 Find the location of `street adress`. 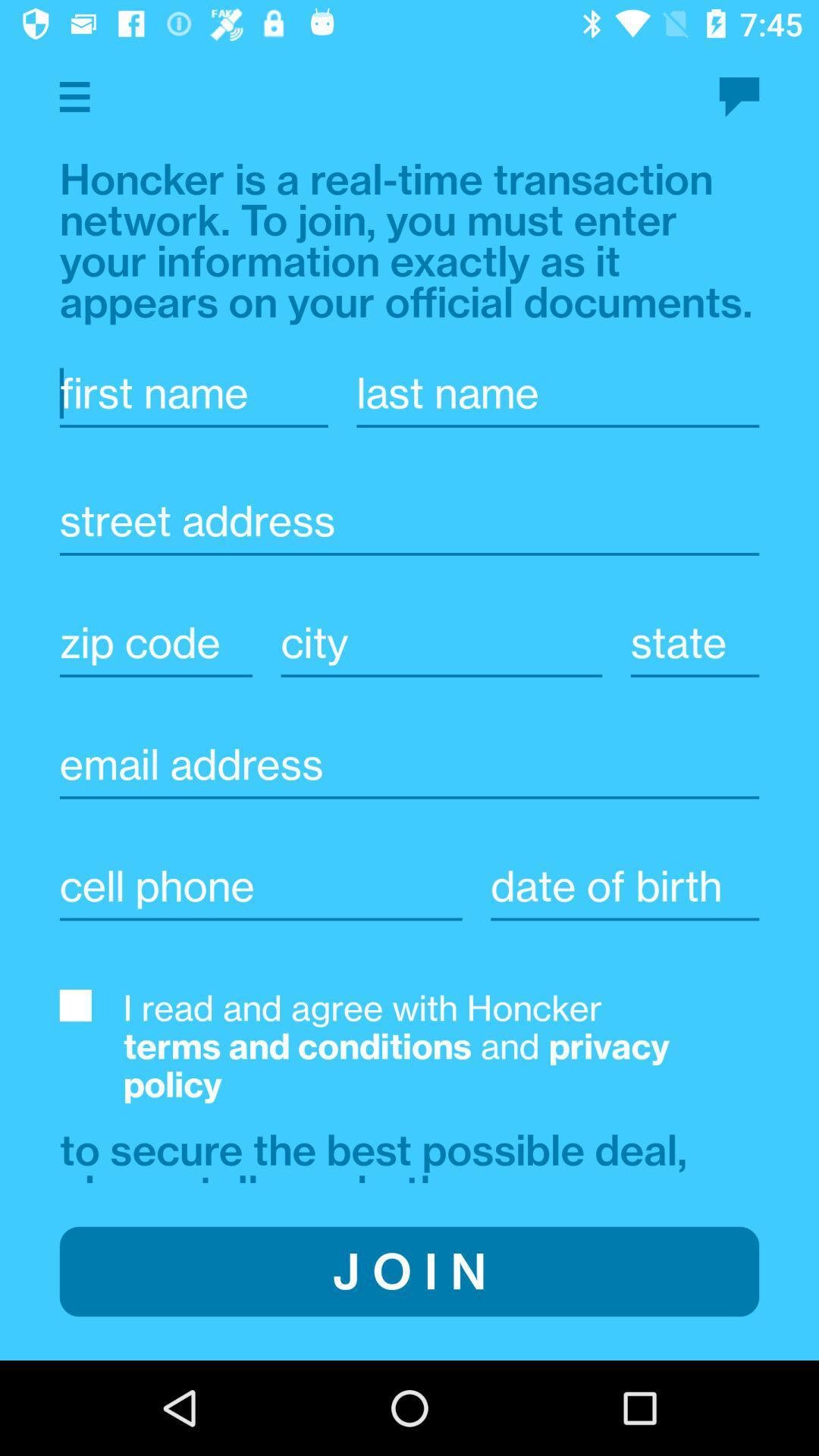

street adress is located at coordinates (409, 521).